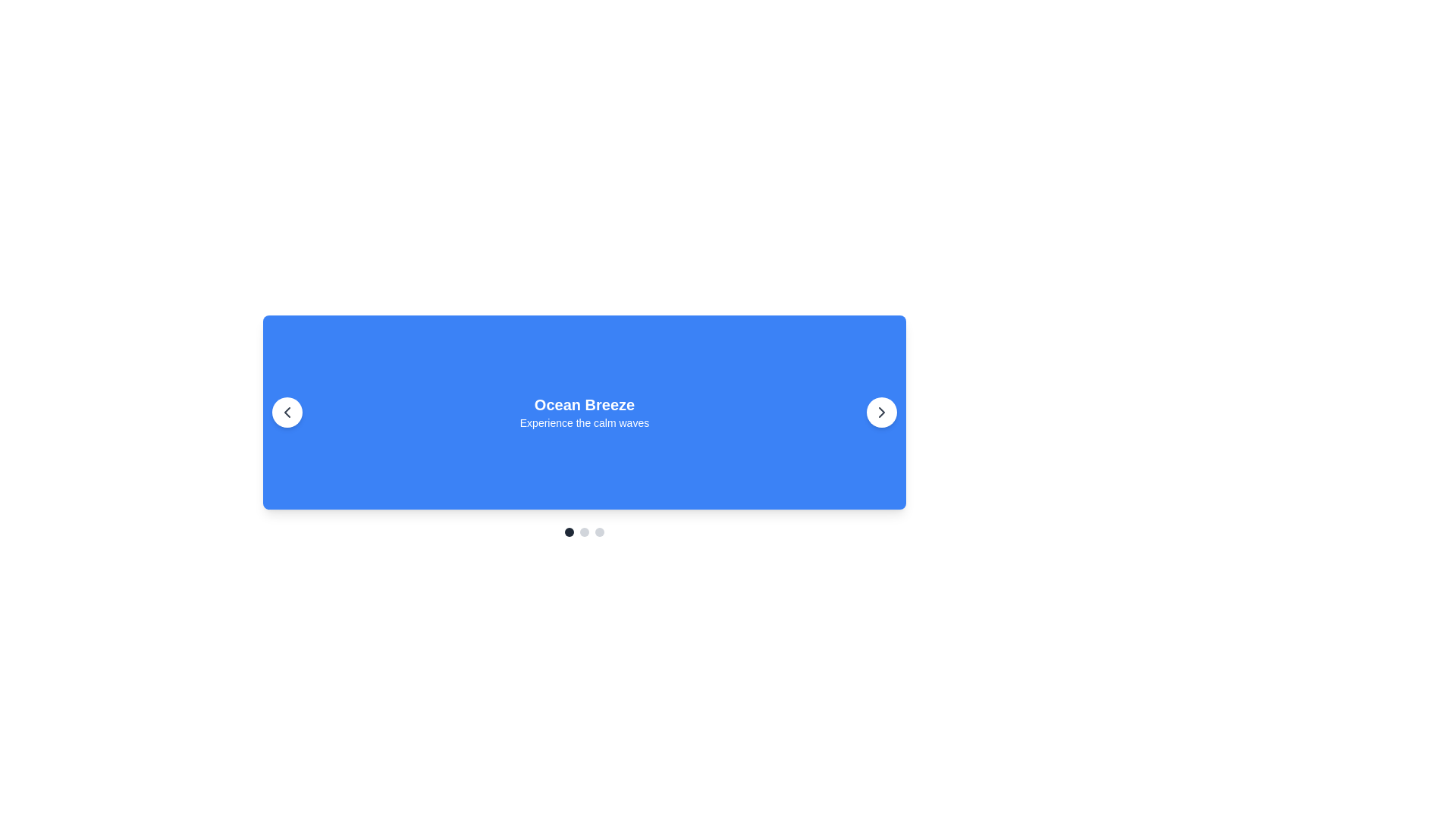 The height and width of the screenshot is (819, 1456). What do you see at coordinates (287, 412) in the screenshot?
I see `the chevron arrow icon located at the left edge of the blue card labeled 'Ocean Breeze'` at bounding box center [287, 412].